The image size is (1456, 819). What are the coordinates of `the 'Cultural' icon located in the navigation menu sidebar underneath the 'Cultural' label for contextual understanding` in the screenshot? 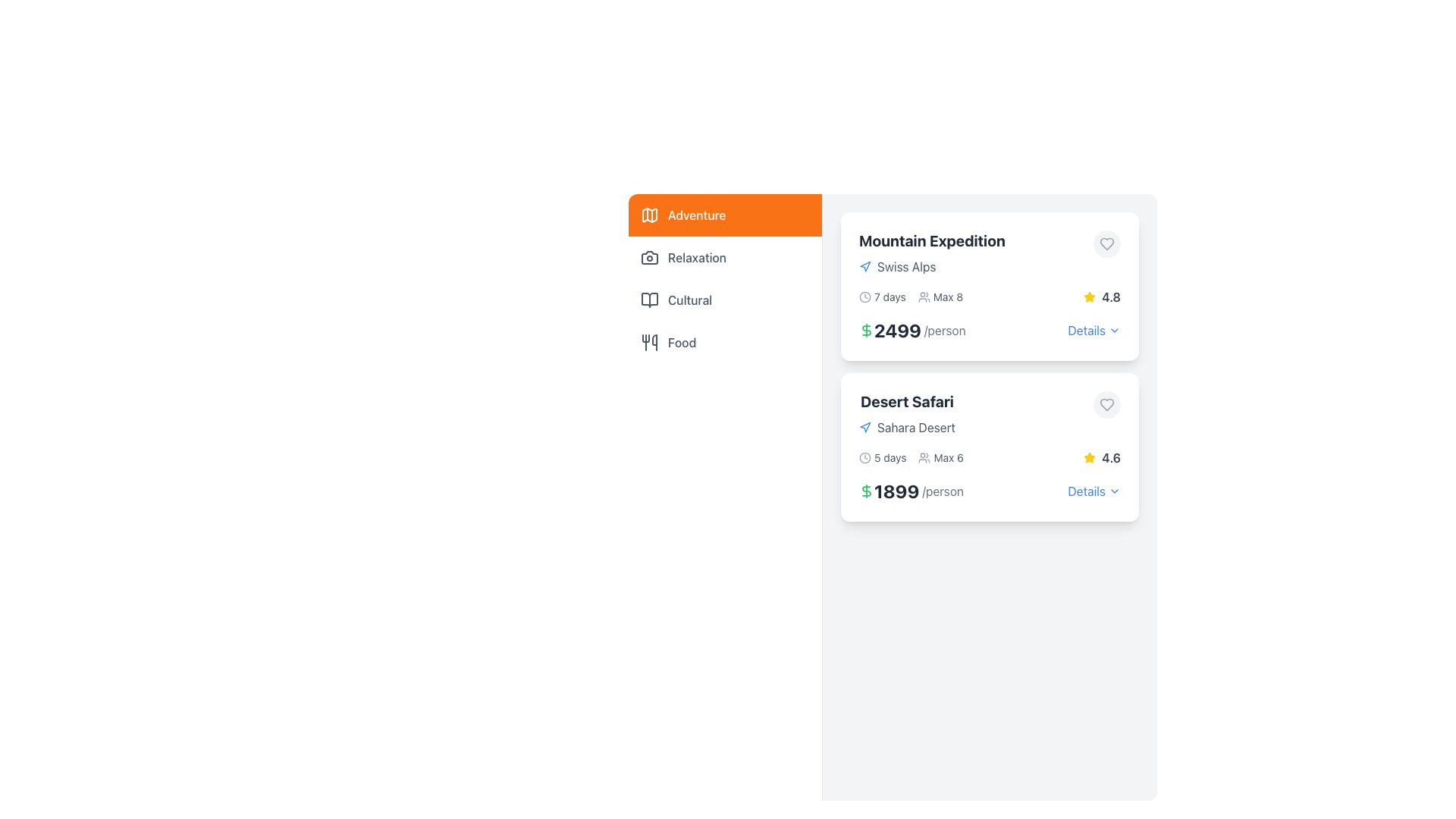 It's located at (650, 300).